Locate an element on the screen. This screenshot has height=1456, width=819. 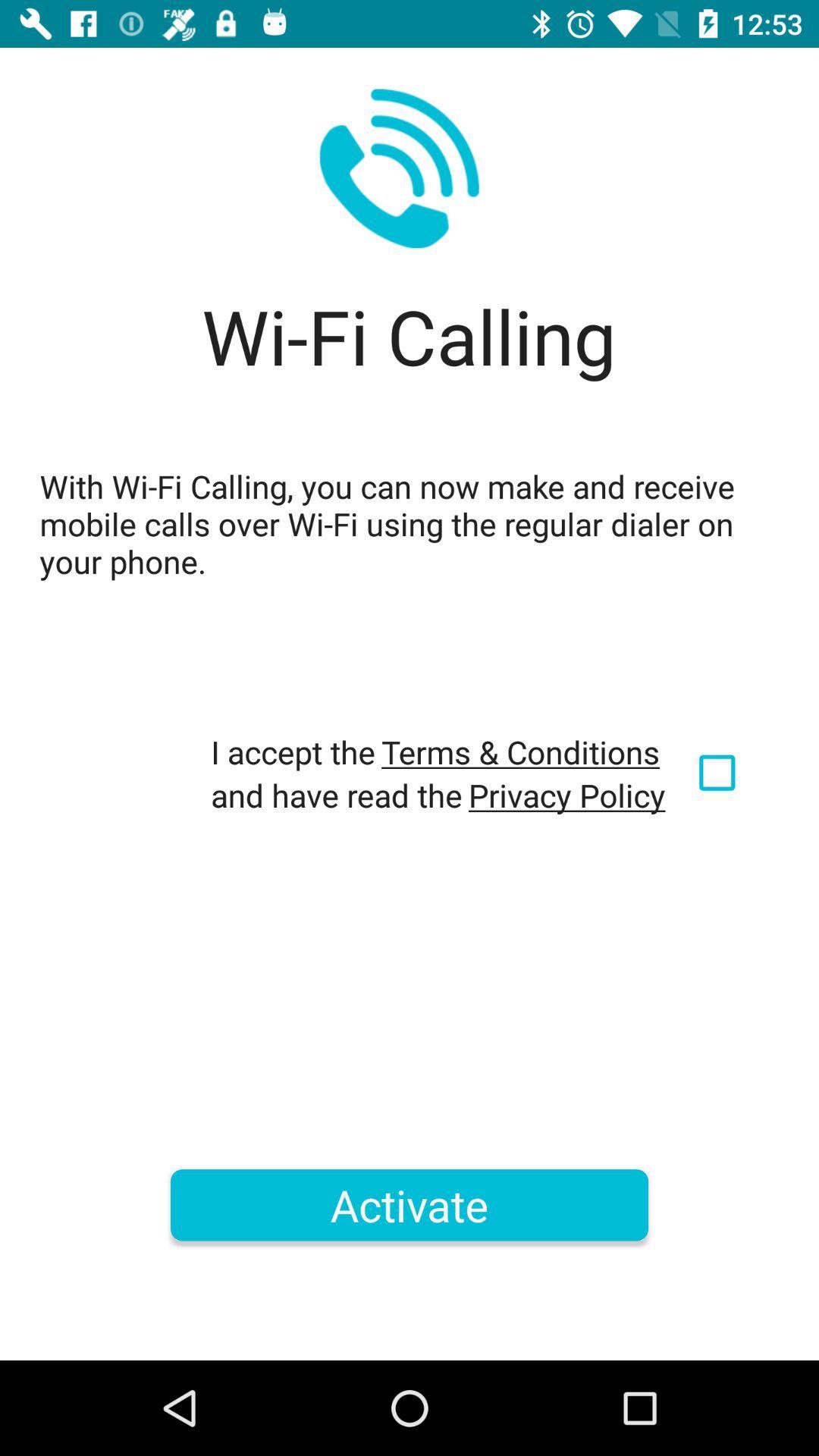
the activate icon is located at coordinates (409, 1204).